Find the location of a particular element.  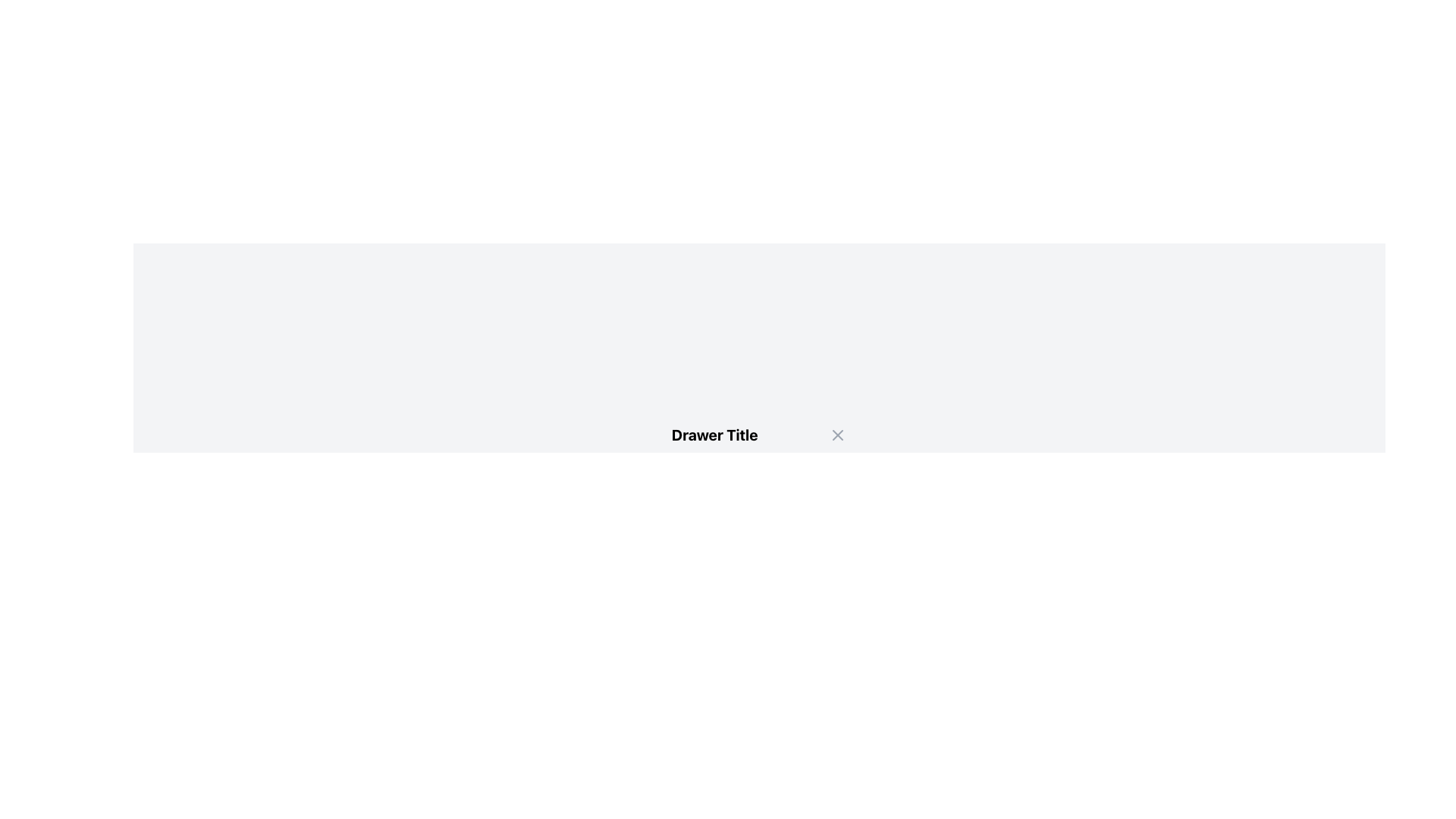

the 'X' icon located at the bottom-right corner of the toolbar, adjacent to the title 'Drawer Title' is located at coordinates (837, 435).